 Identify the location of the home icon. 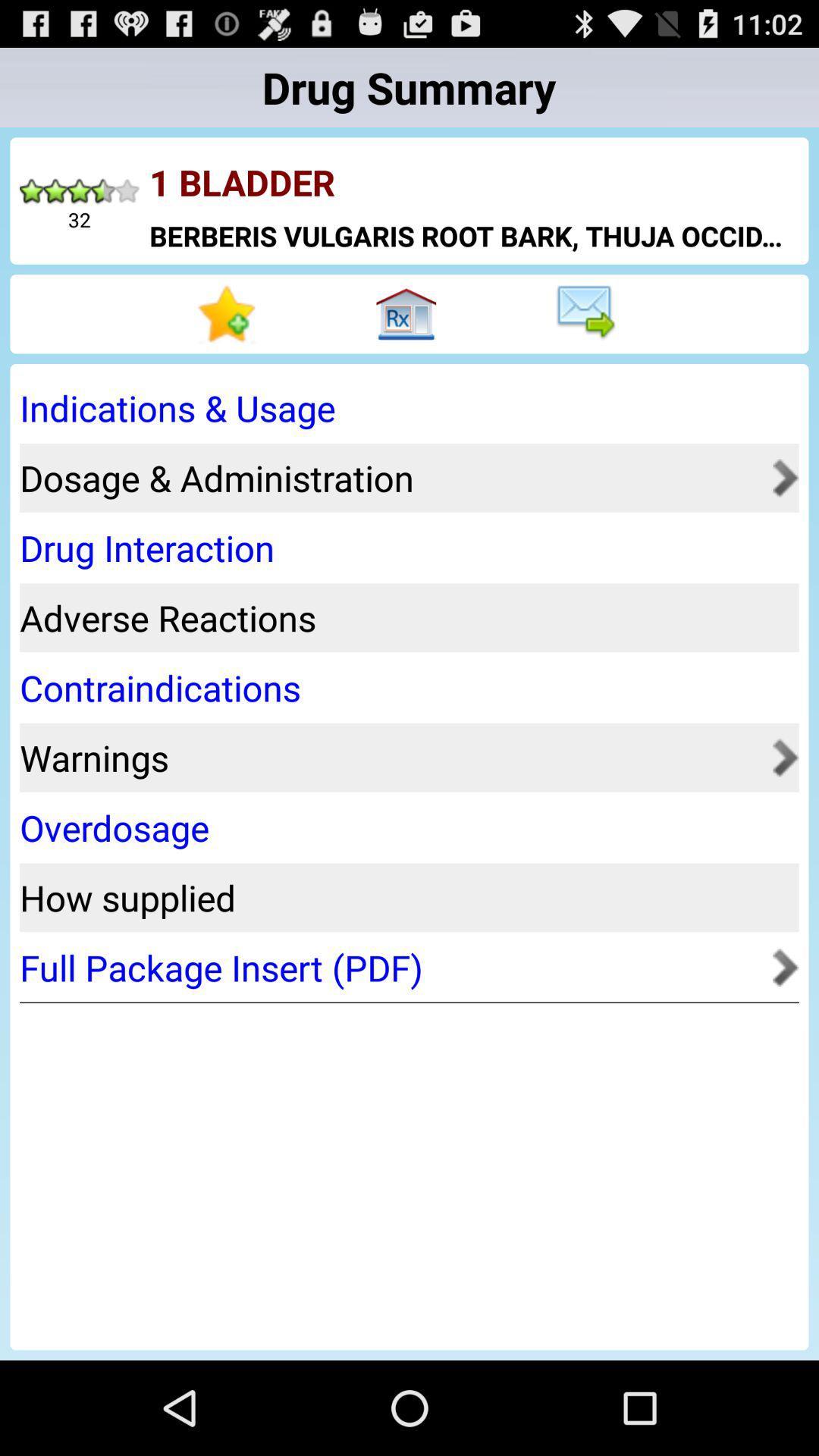
(409, 335).